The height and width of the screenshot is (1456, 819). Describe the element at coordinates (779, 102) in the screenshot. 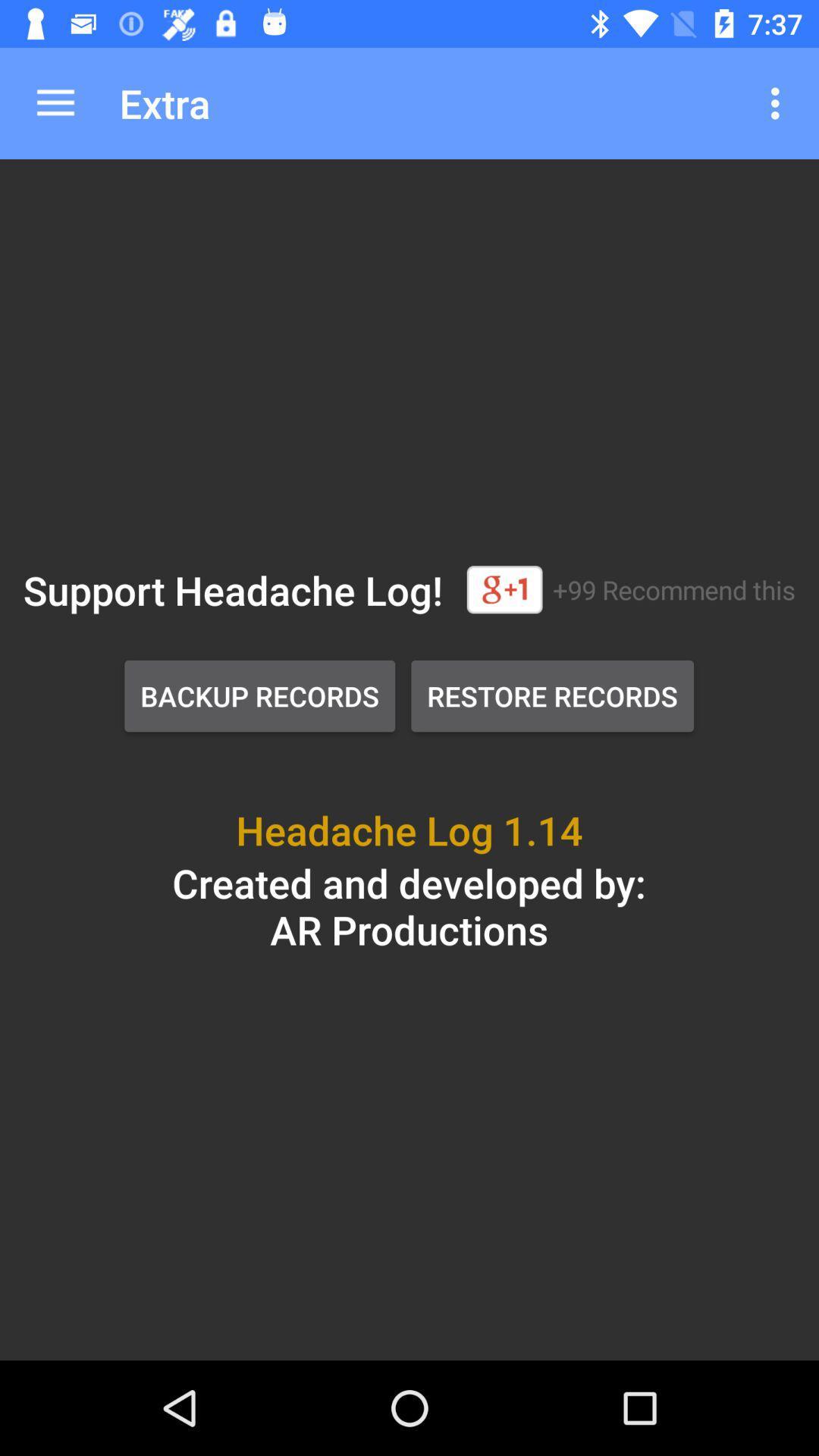

I see `icon at the top right corner` at that location.